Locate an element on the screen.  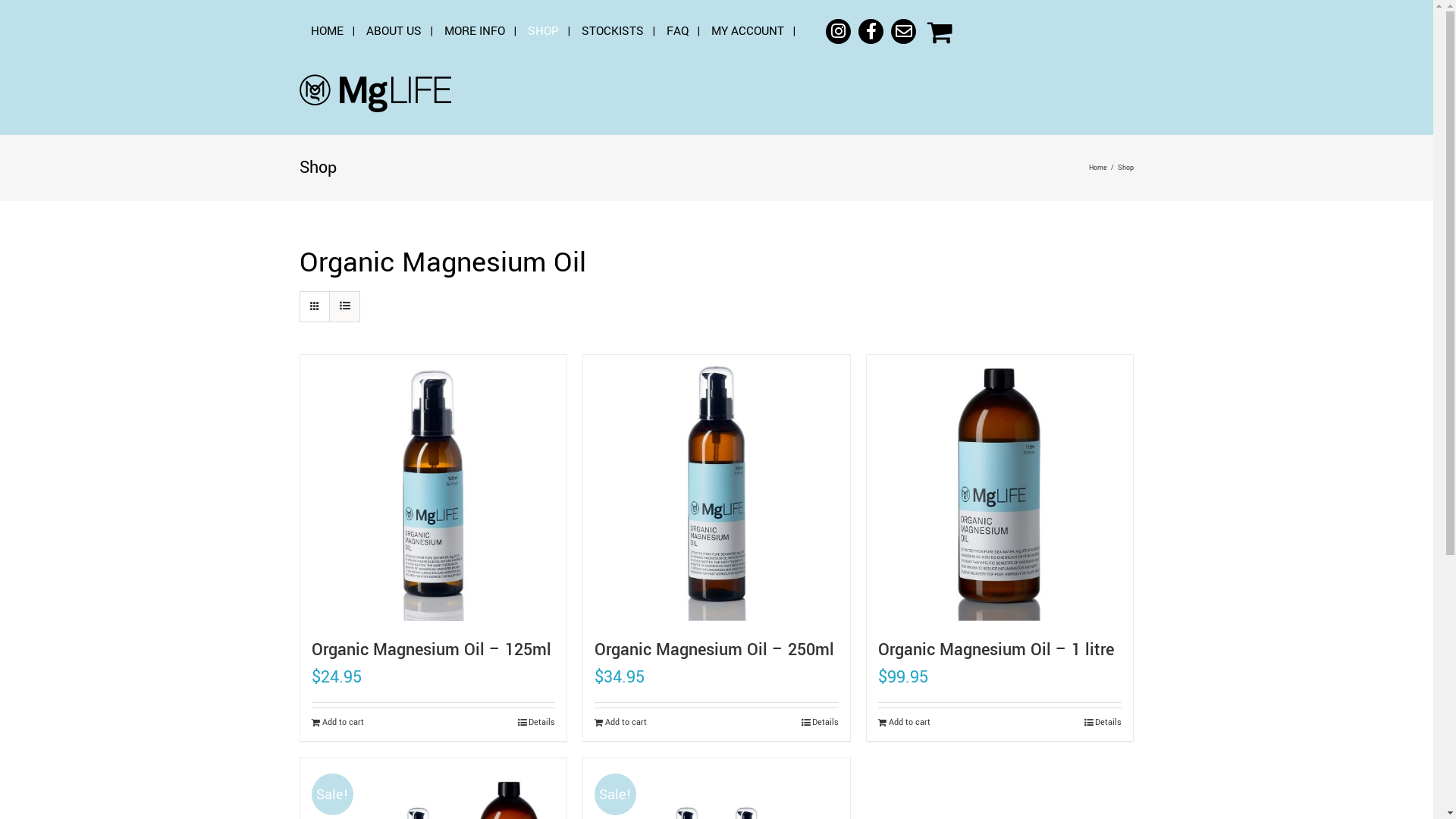
'ABOUT US' is located at coordinates (394, 31).